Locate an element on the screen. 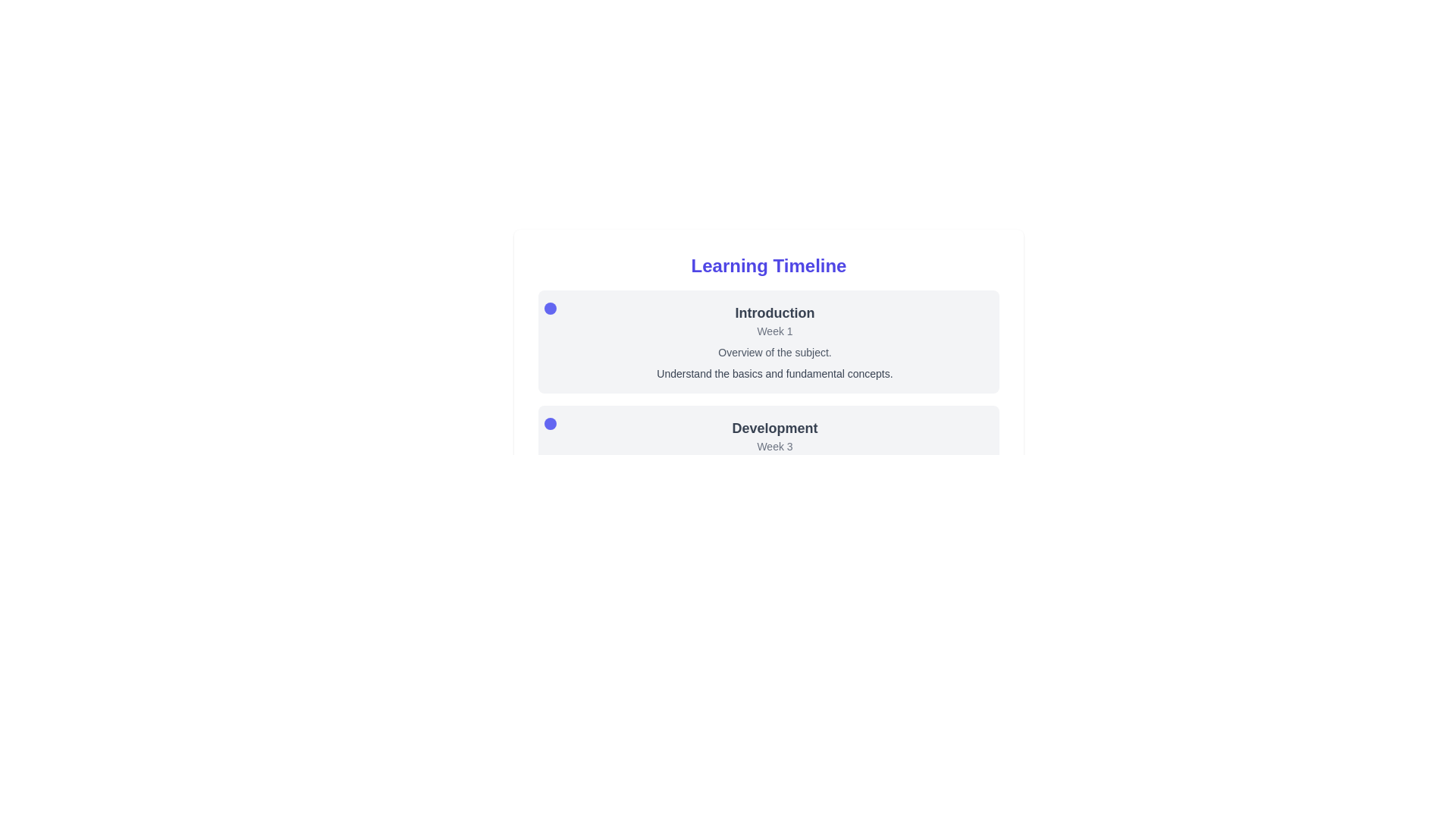 The height and width of the screenshot is (819, 1456). the text element displaying 'Overview of the subject.' which is styled in gray and positioned beneath 'Week 1' is located at coordinates (775, 353).